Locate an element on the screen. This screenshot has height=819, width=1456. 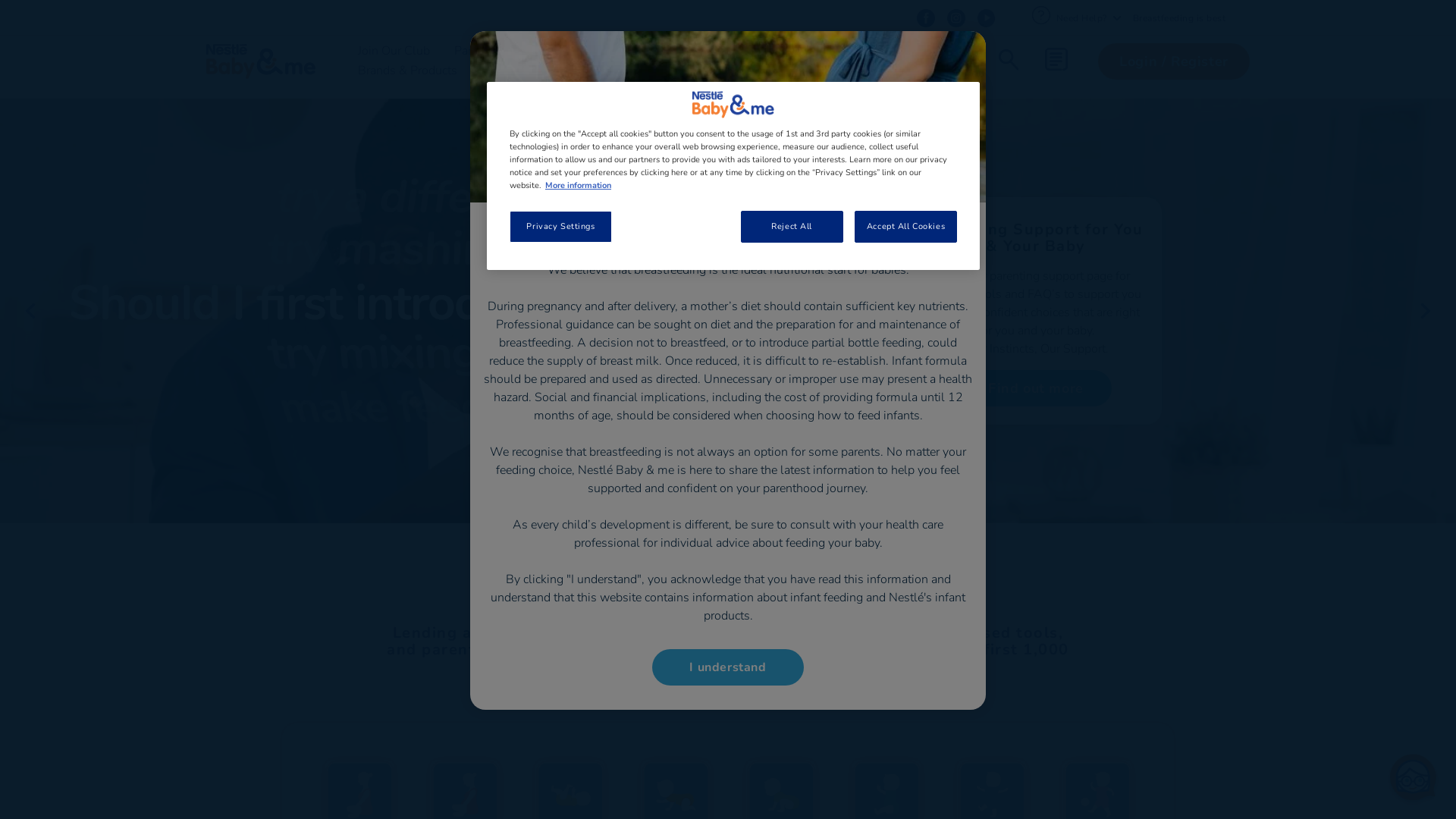
'Accept All Cookies' is located at coordinates (855, 227).